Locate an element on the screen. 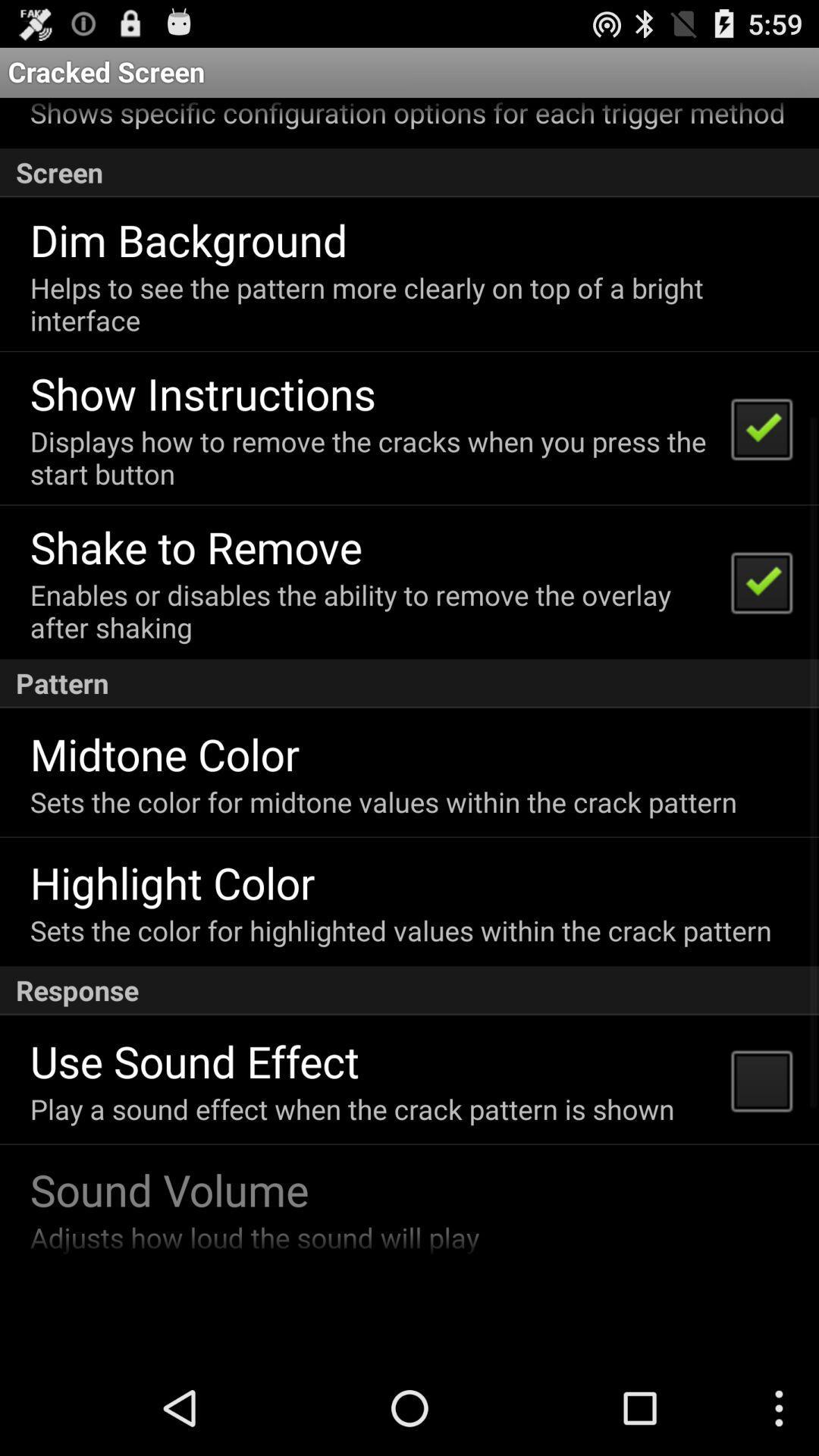  the response is located at coordinates (409, 990).